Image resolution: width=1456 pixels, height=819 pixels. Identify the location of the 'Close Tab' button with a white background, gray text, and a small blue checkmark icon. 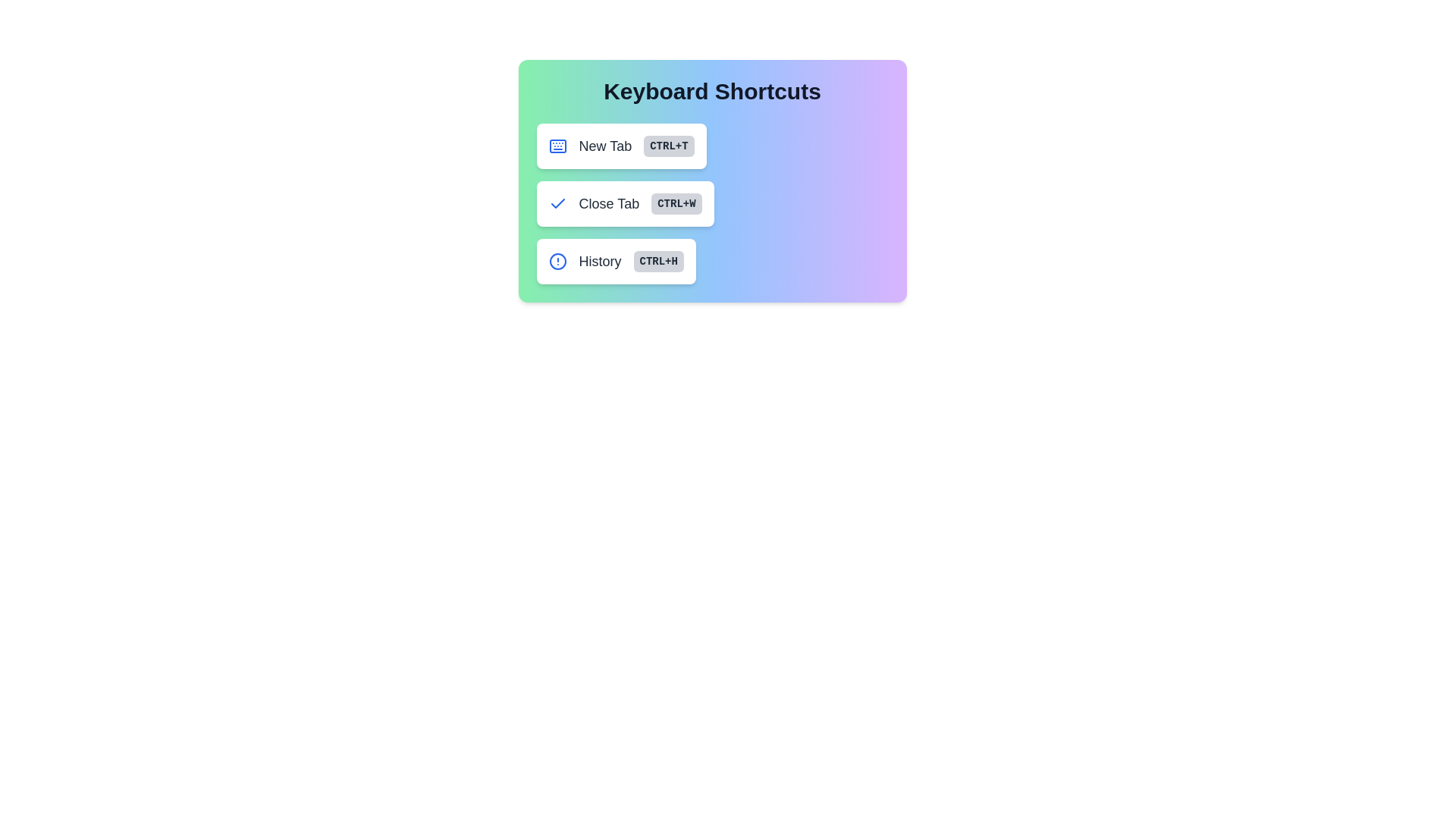
(625, 203).